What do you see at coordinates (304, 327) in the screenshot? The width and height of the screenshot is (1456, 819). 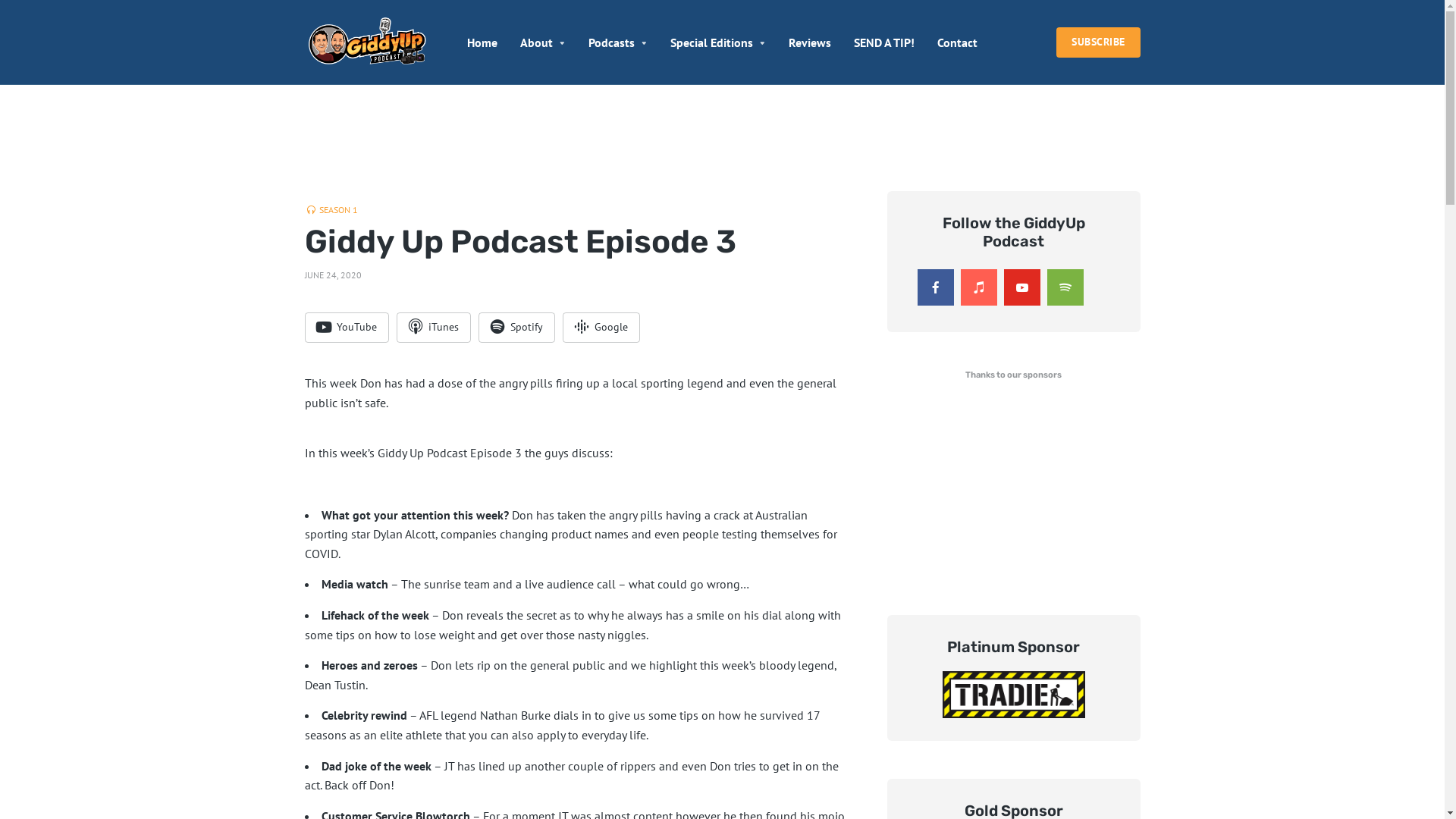 I see `'YouTube'` at bounding box center [304, 327].